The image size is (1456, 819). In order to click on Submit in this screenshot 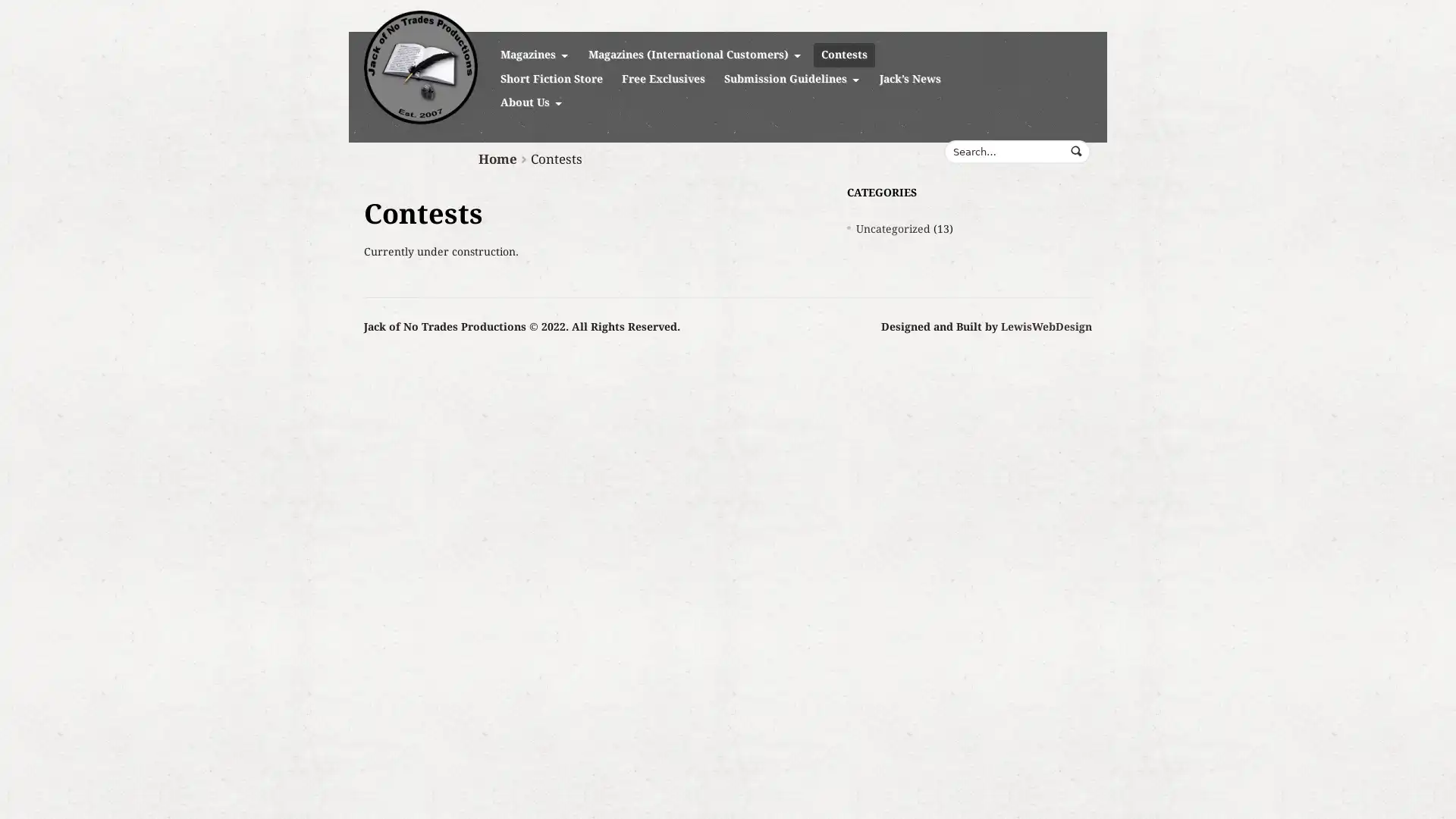, I will do `click(1076, 151)`.